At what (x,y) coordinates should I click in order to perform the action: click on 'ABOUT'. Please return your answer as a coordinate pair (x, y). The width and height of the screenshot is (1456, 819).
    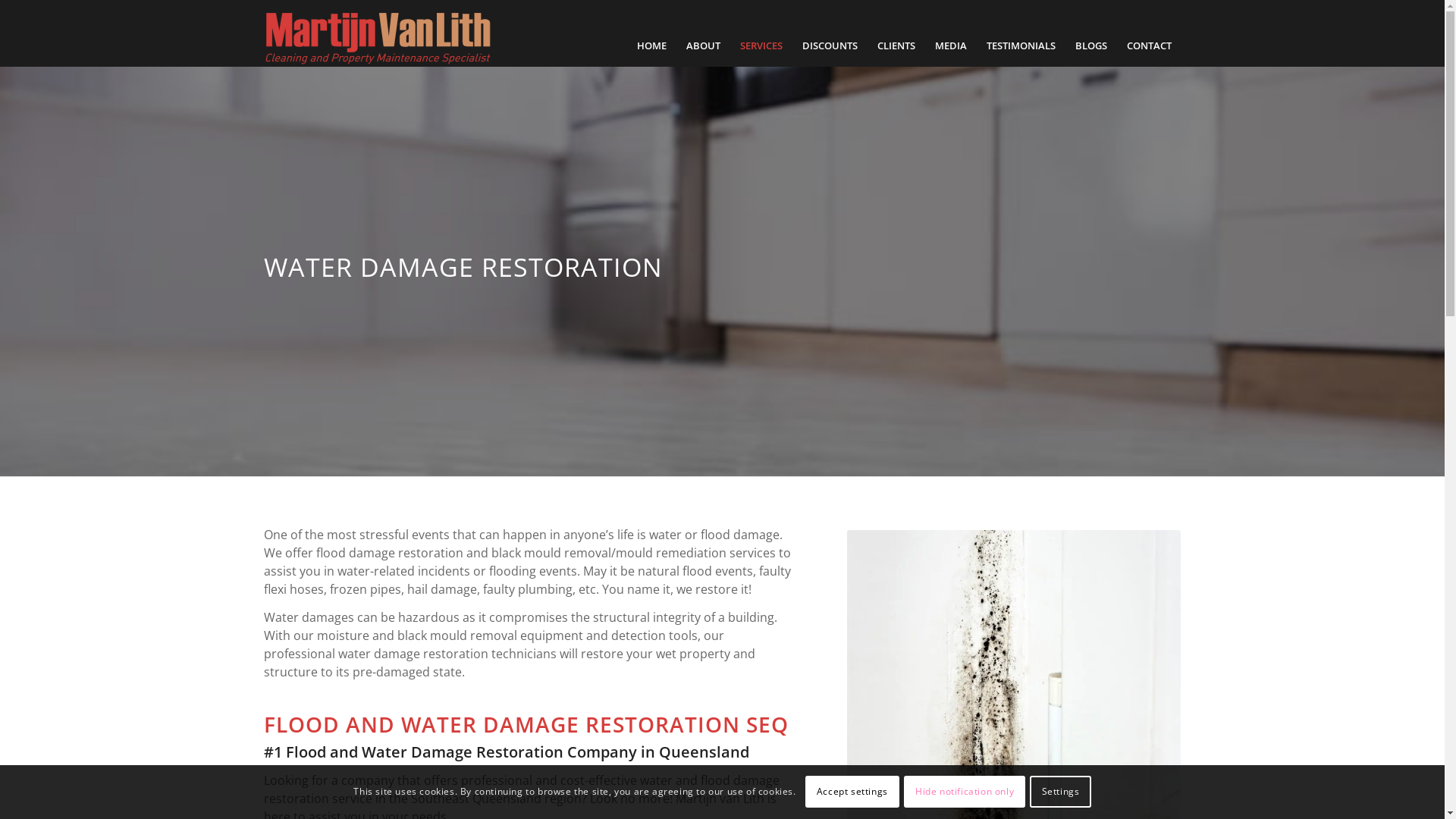
    Looking at the image, I should click on (702, 45).